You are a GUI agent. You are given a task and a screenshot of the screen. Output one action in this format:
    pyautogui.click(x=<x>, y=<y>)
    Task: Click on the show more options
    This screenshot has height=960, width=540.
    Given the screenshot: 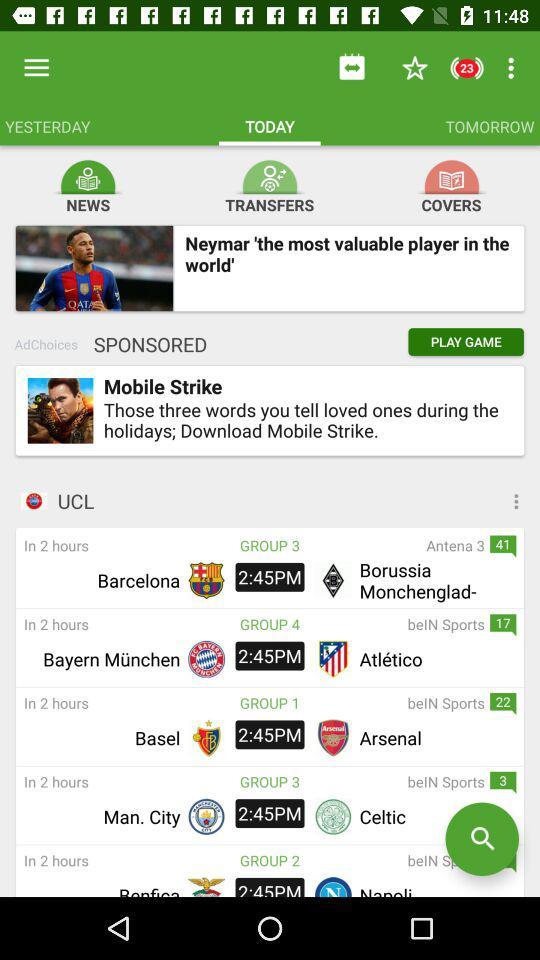 What is the action you would take?
    pyautogui.click(x=441, y=500)
    